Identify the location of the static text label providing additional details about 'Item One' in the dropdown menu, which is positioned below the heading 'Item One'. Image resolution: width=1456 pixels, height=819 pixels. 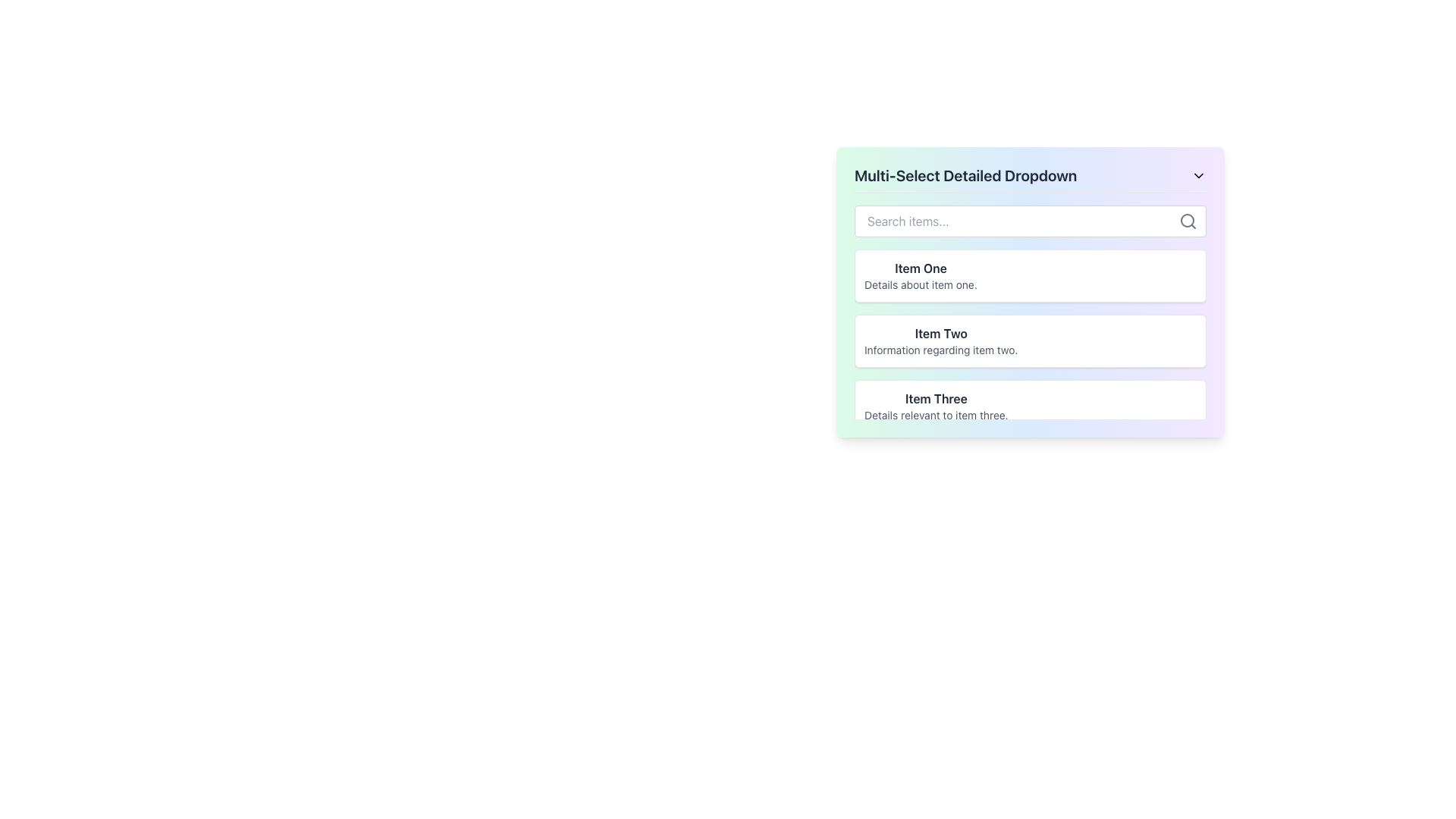
(920, 284).